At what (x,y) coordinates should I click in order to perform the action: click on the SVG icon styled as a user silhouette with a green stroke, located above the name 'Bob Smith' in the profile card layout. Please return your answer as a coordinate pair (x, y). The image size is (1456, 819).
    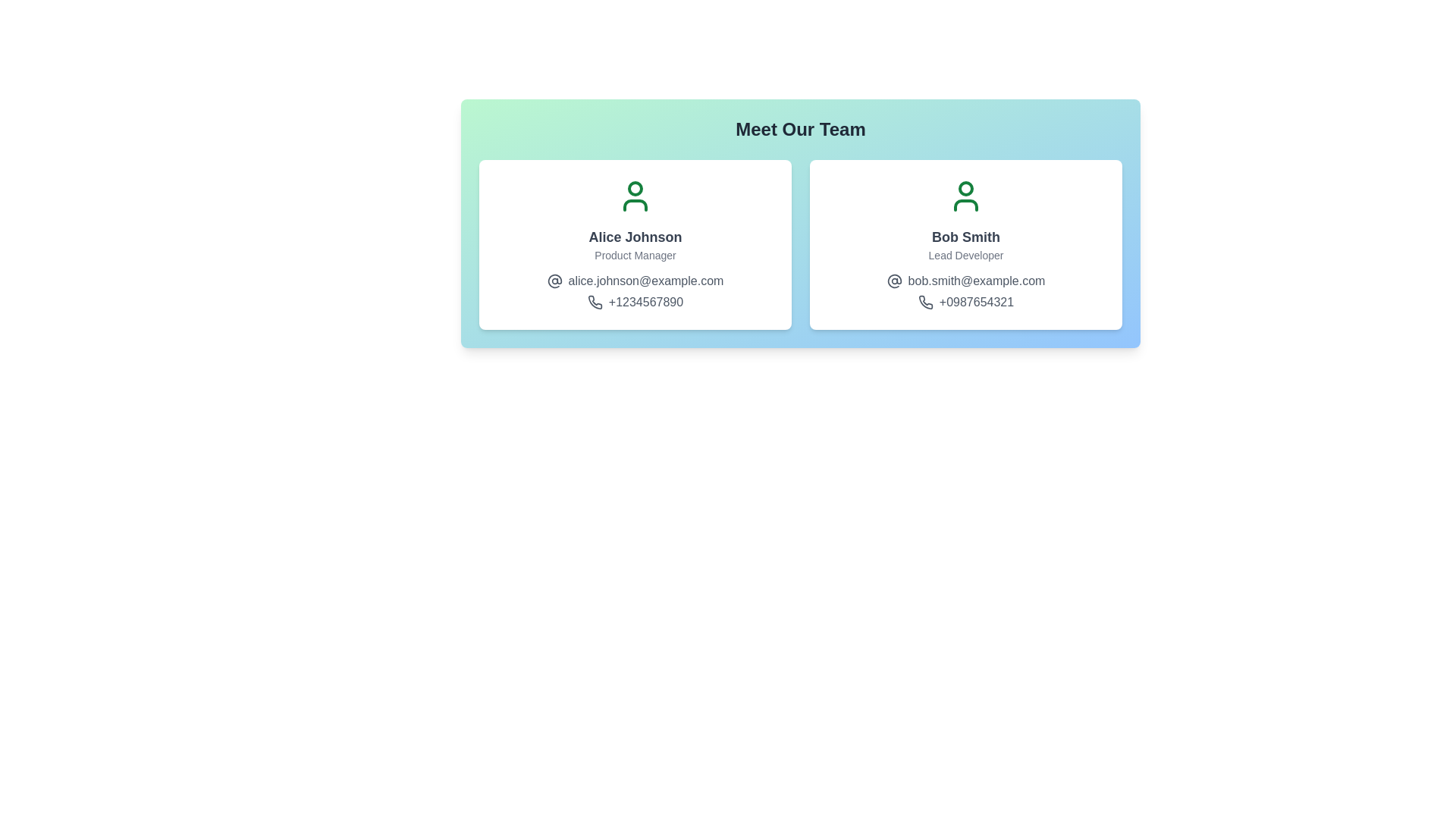
    Looking at the image, I should click on (965, 195).